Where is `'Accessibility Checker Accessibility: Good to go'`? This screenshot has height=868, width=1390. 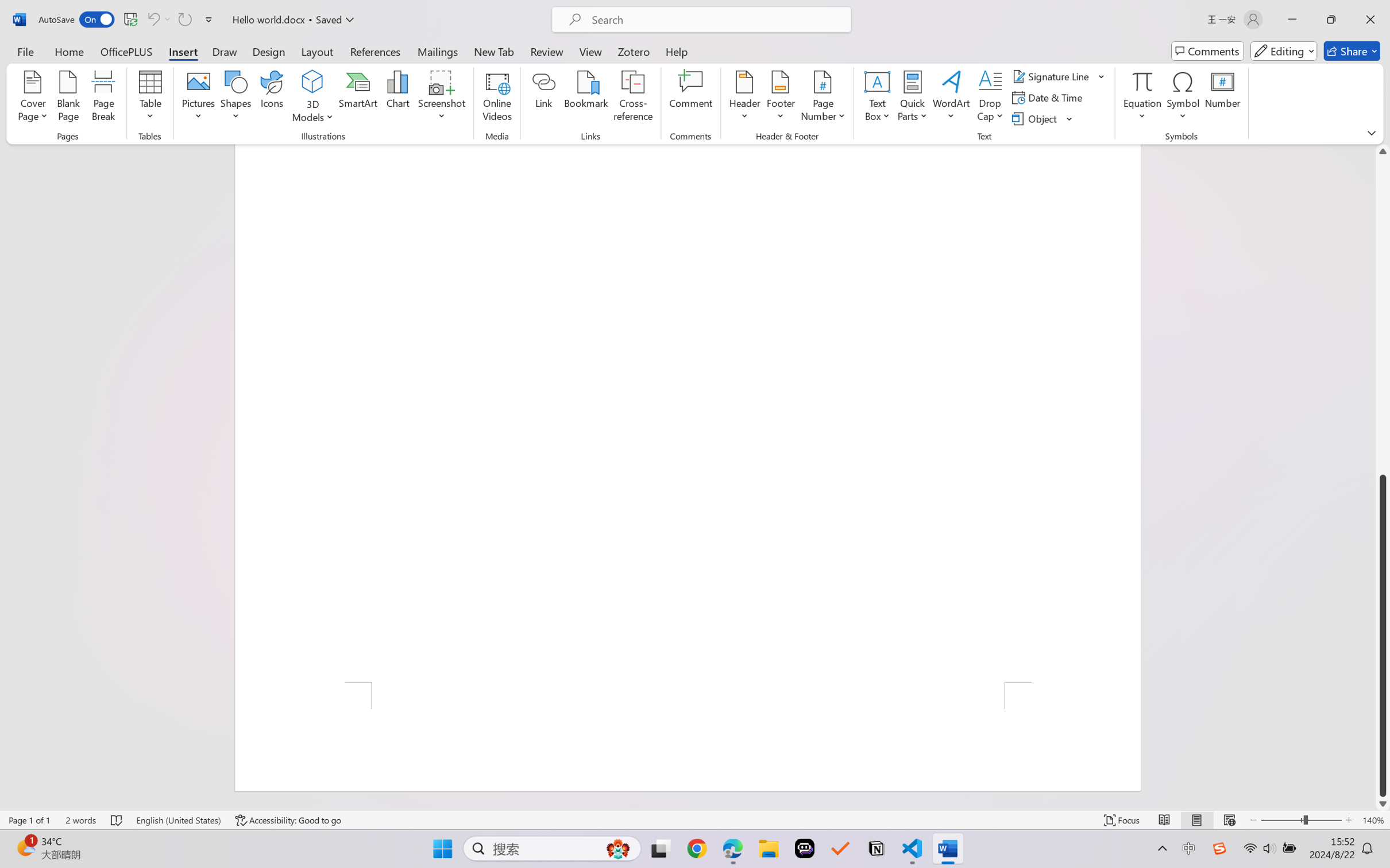
'Accessibility Checker Accessibility: Good to go' is located at coordinates (288, 820).